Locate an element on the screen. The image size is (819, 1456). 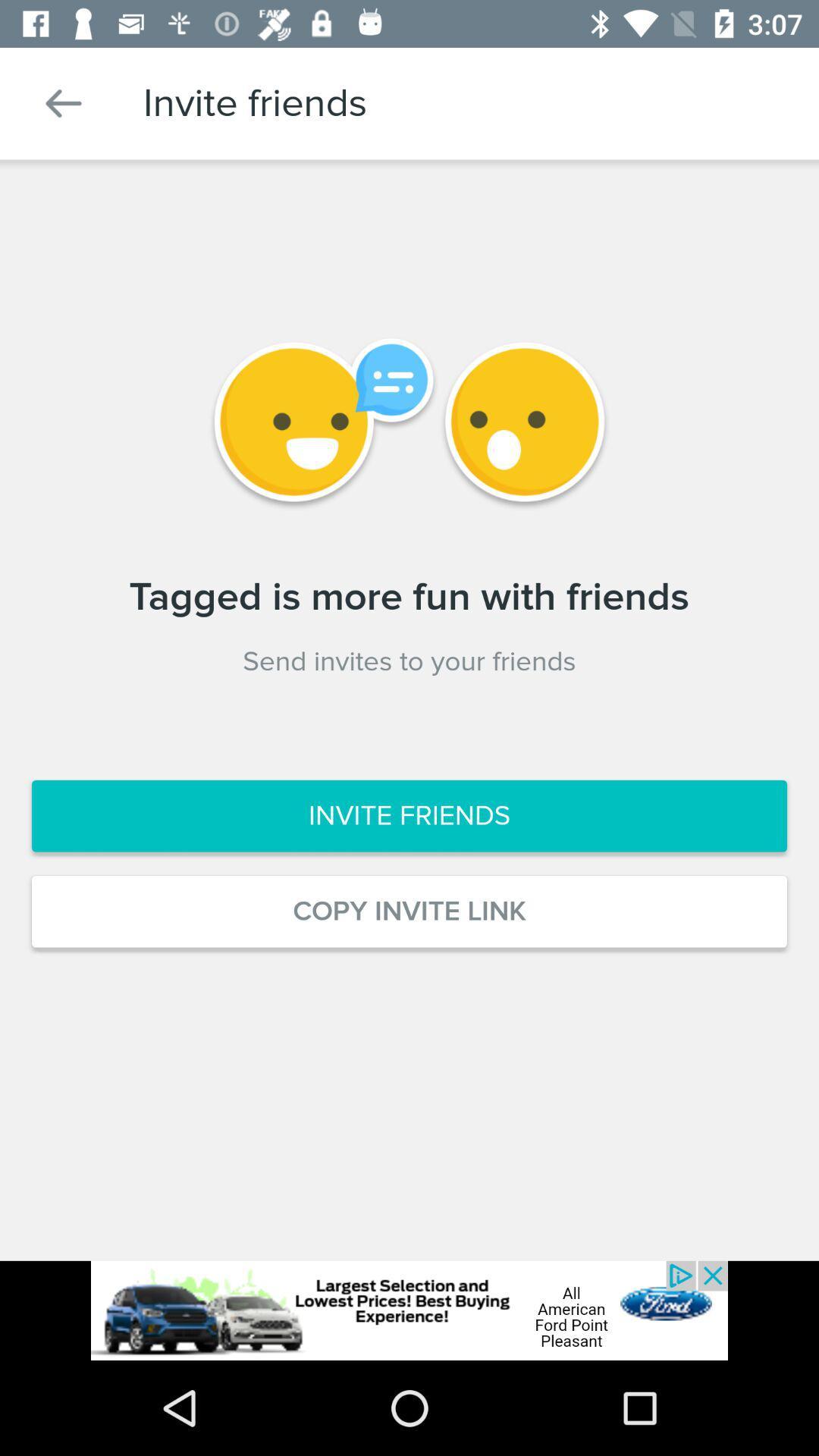
open advertisement is located at coordinates (409, 1310).